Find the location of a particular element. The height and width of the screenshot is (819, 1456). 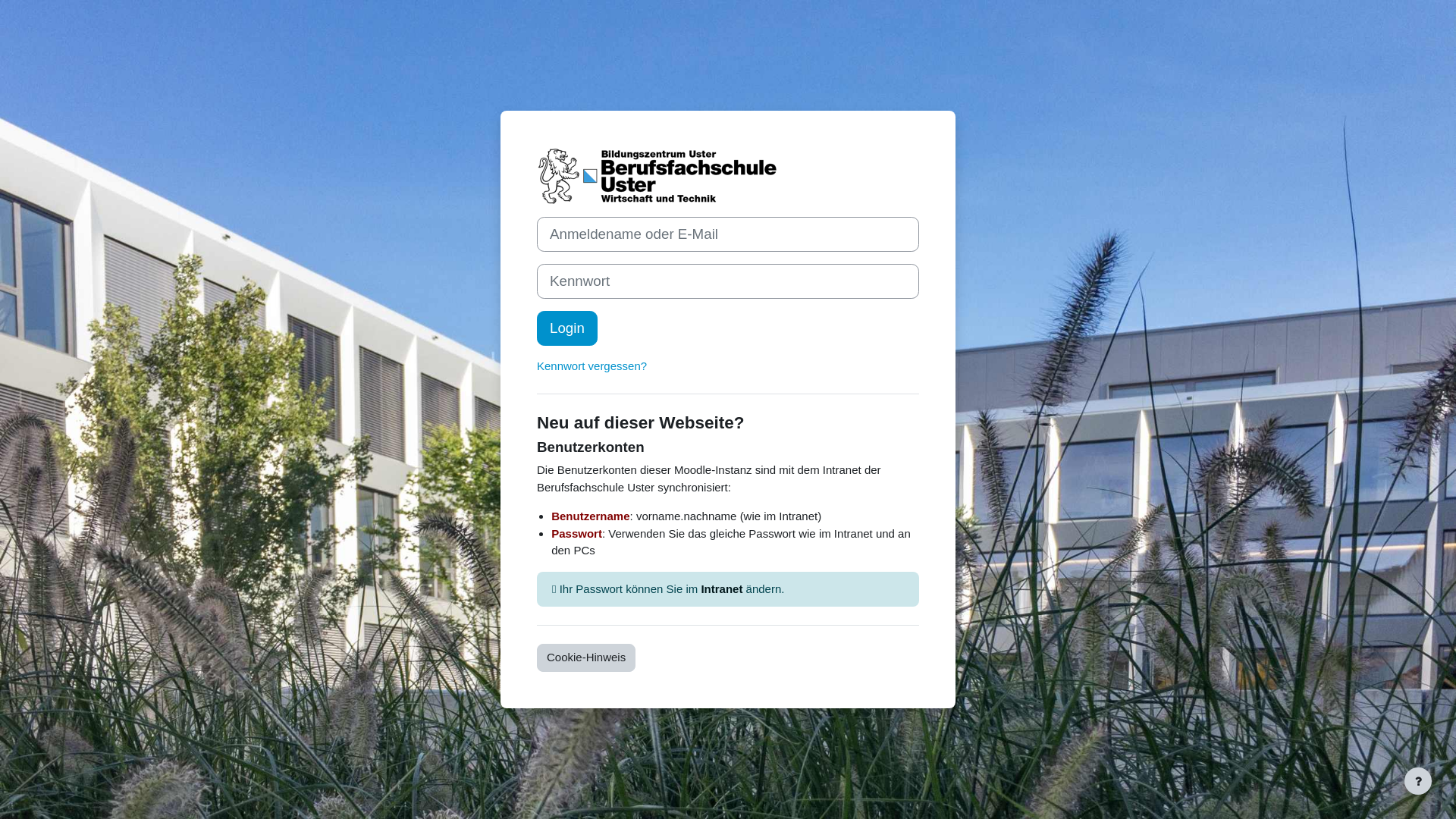

'Intranet' is located at coordinates (720, 588).